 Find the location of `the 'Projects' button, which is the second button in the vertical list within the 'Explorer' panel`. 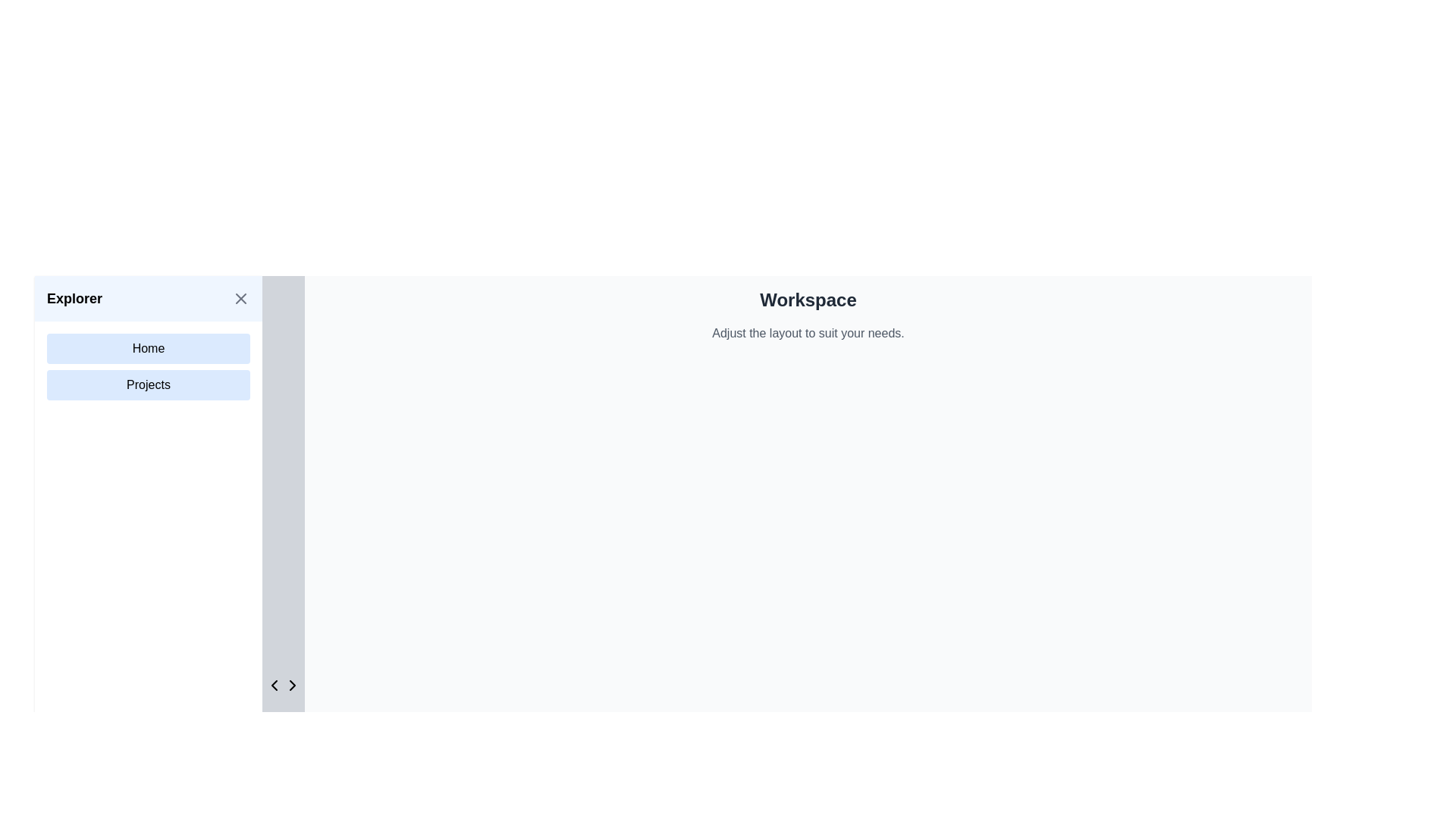

the 'Projects' button, which is the second button in the vertical list within the 'Explorer' panel is located at coordinates (149, 384).